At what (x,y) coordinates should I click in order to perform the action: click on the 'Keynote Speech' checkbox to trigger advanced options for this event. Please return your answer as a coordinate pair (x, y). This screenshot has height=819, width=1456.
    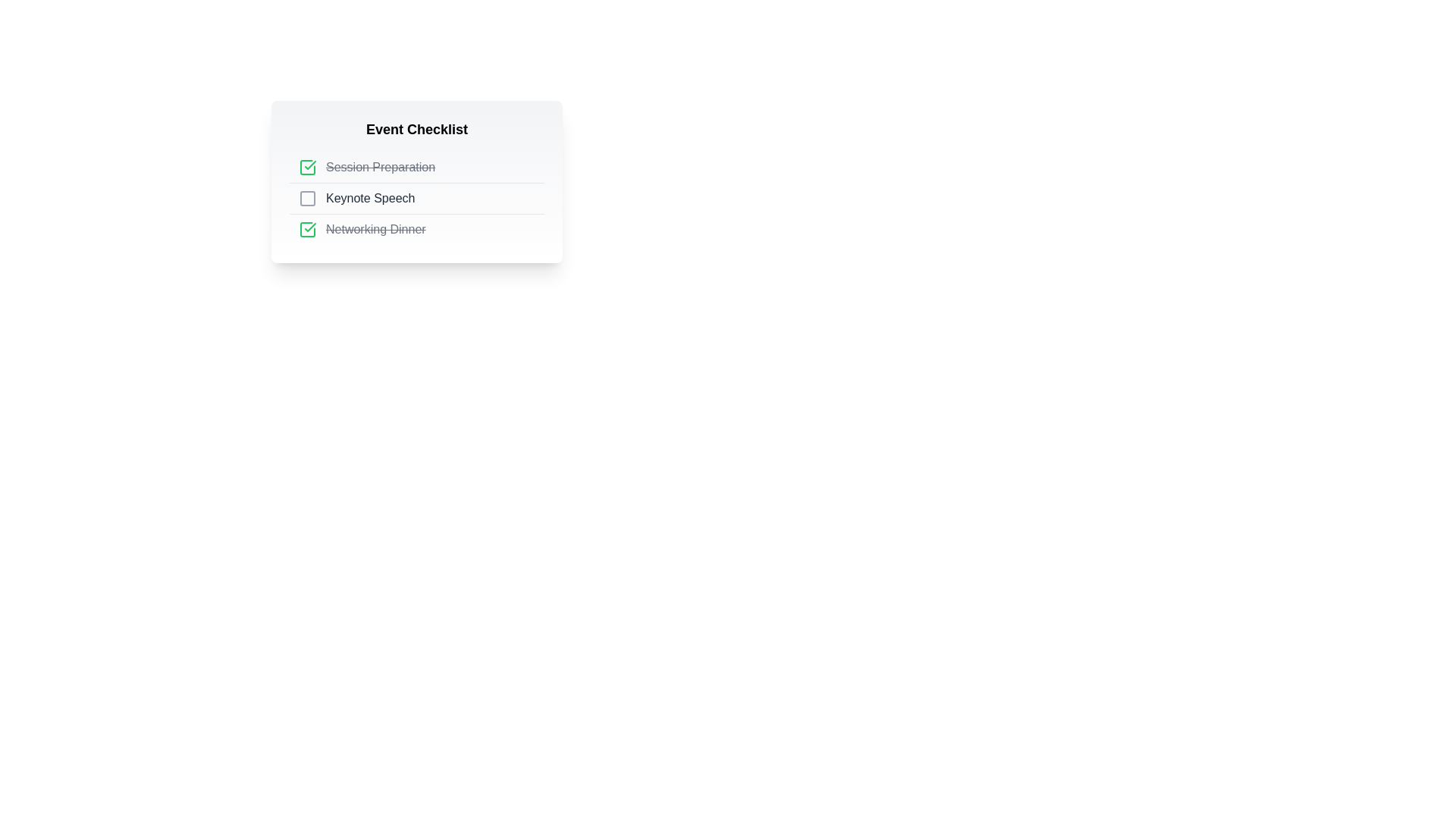
    Looking at the image, I should click on (417, 197).